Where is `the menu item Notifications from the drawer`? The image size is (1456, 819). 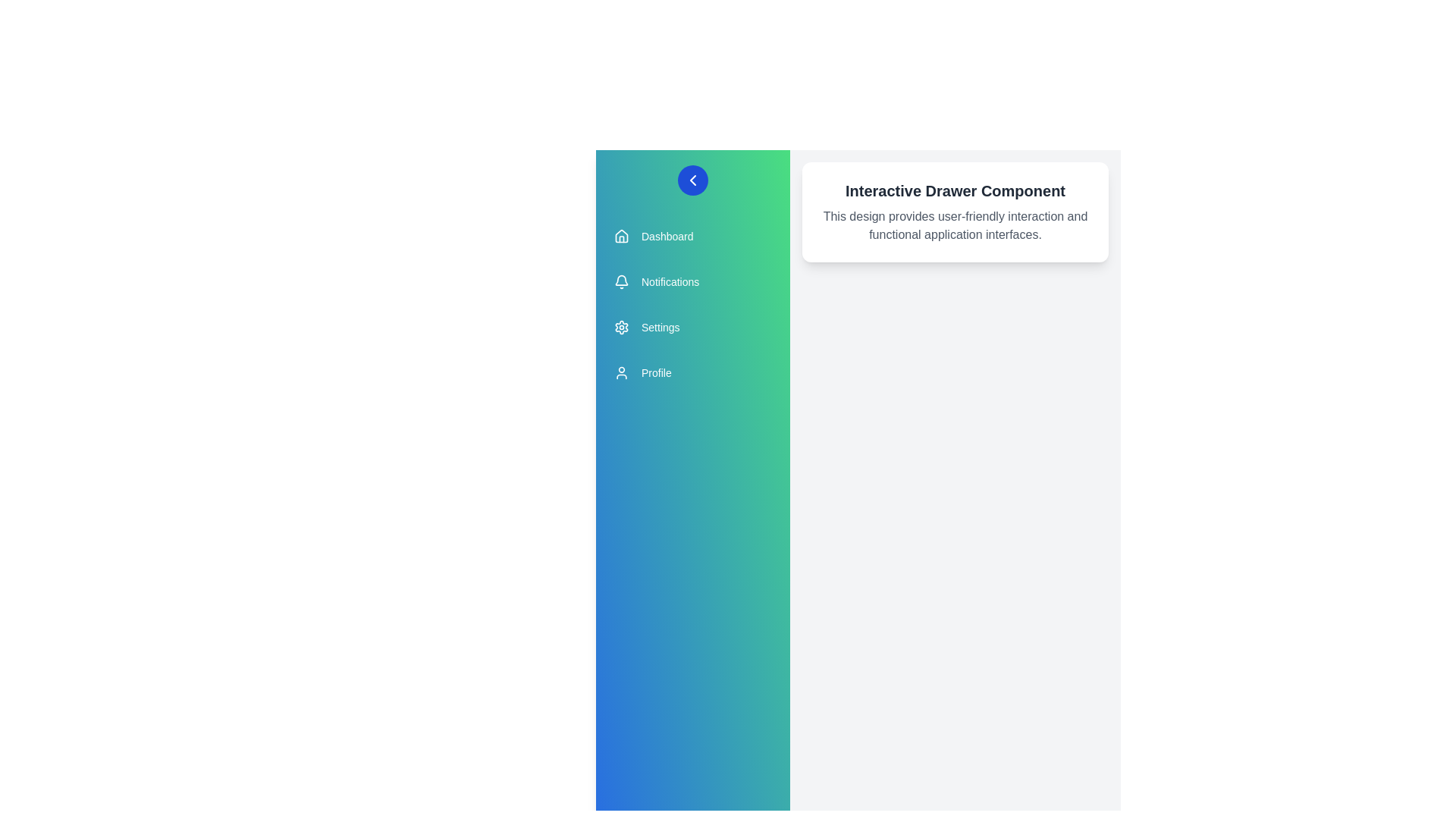
the menu item Notifications from the drawer is located at coordinates (692, 281).